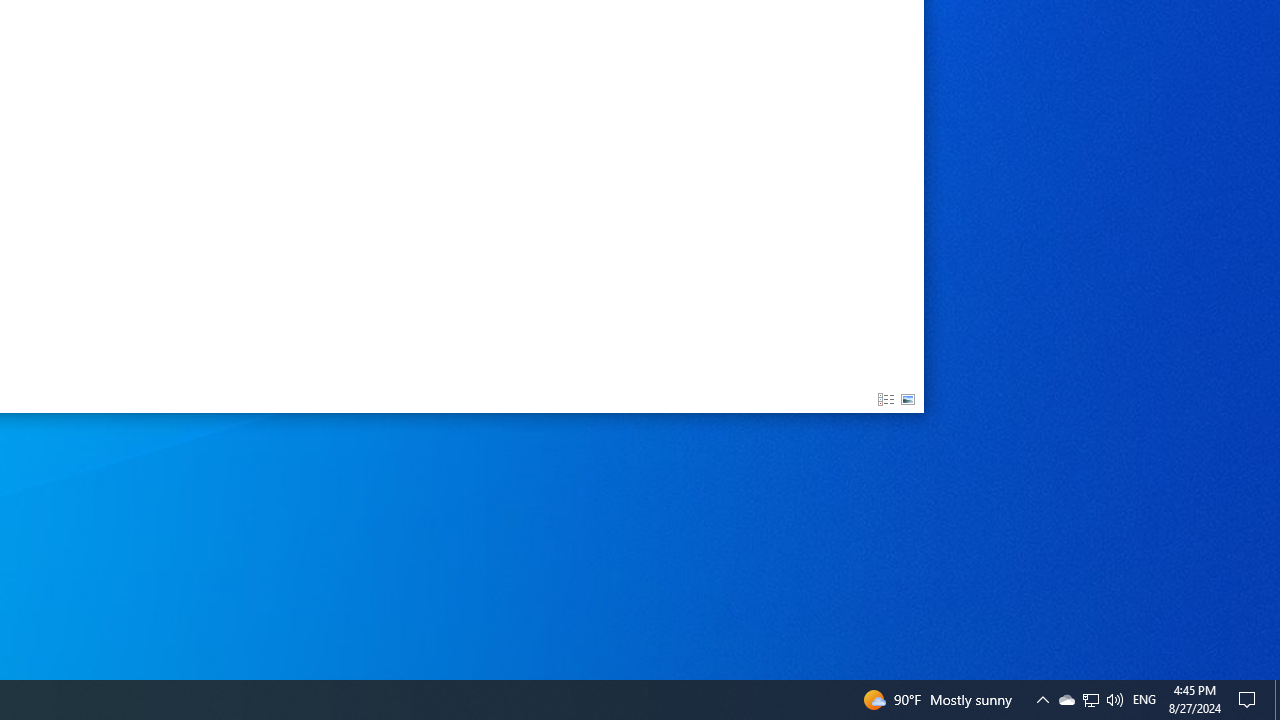 Image resolution: width=1280 pixels, height=720 pixels. What do you see at coordinates (1113, 698) in the screenshot?
I see `'Q2790: 100%'` at bounding box center [1113, 698].